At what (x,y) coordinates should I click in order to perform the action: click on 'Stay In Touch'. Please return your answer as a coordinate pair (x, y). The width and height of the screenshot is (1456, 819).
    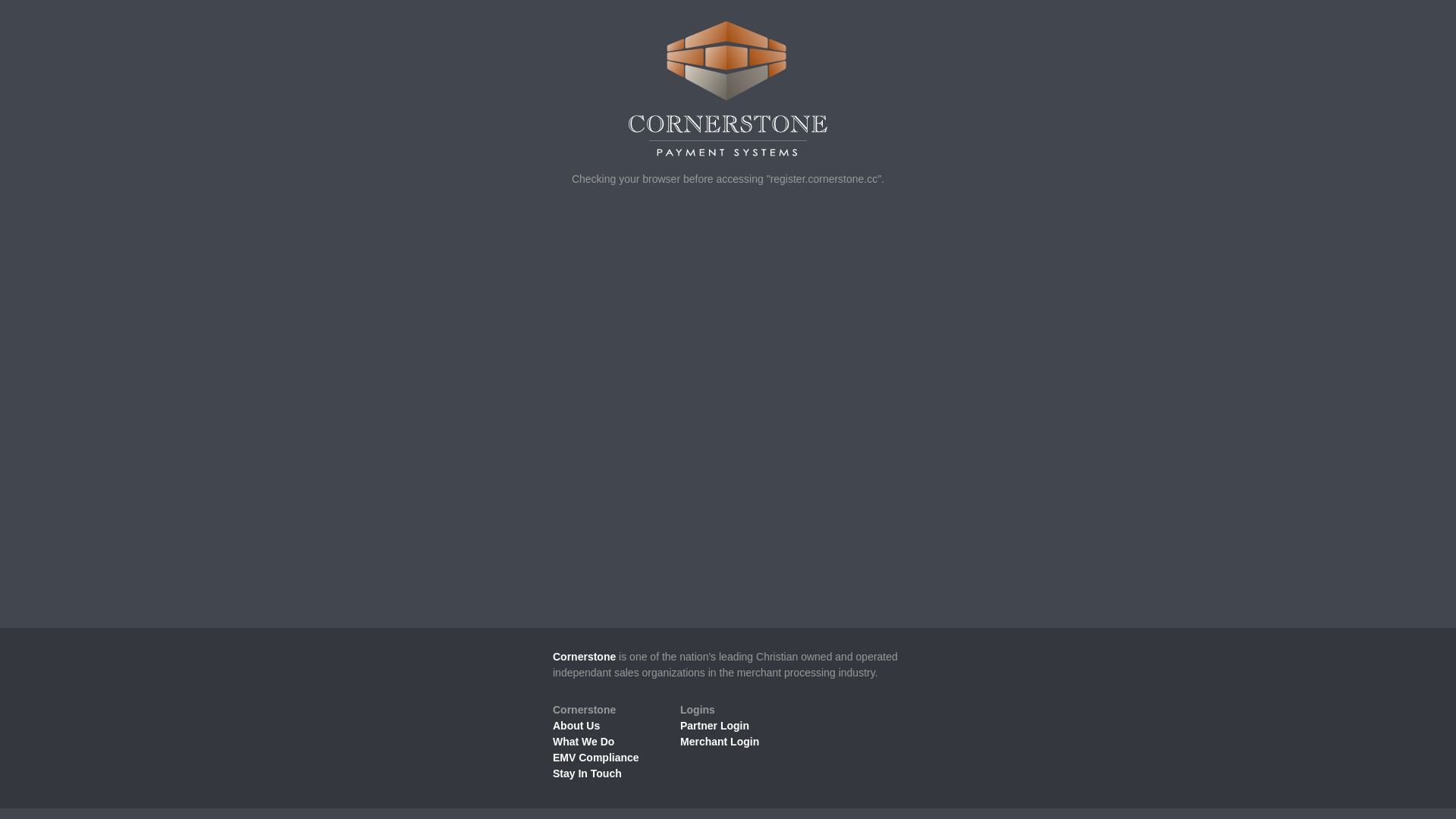
    Looking at the image, I should click on (586, 773).